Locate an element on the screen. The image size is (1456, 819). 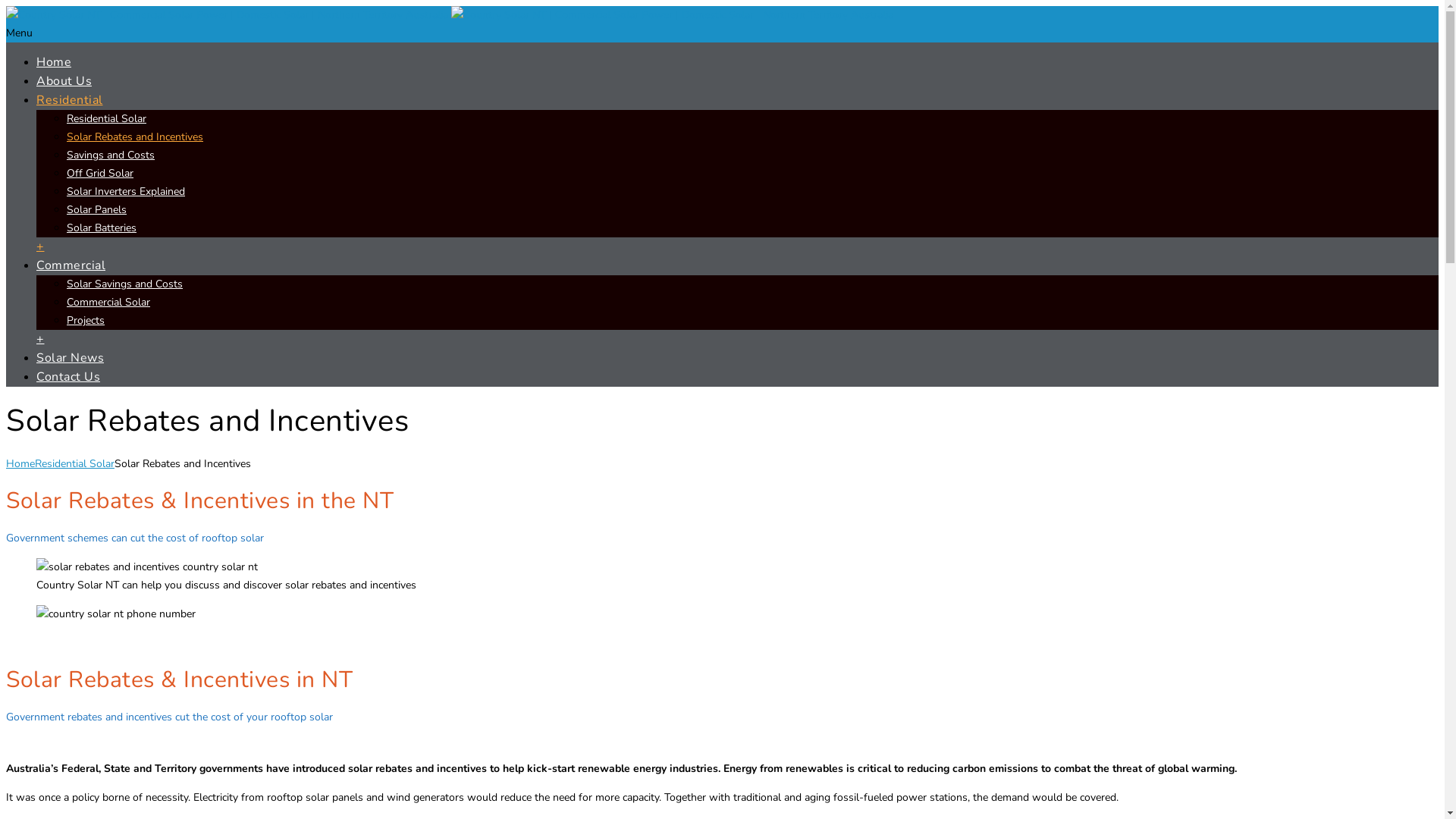
'Commercial Solar' is located at coordinates (65, 302).